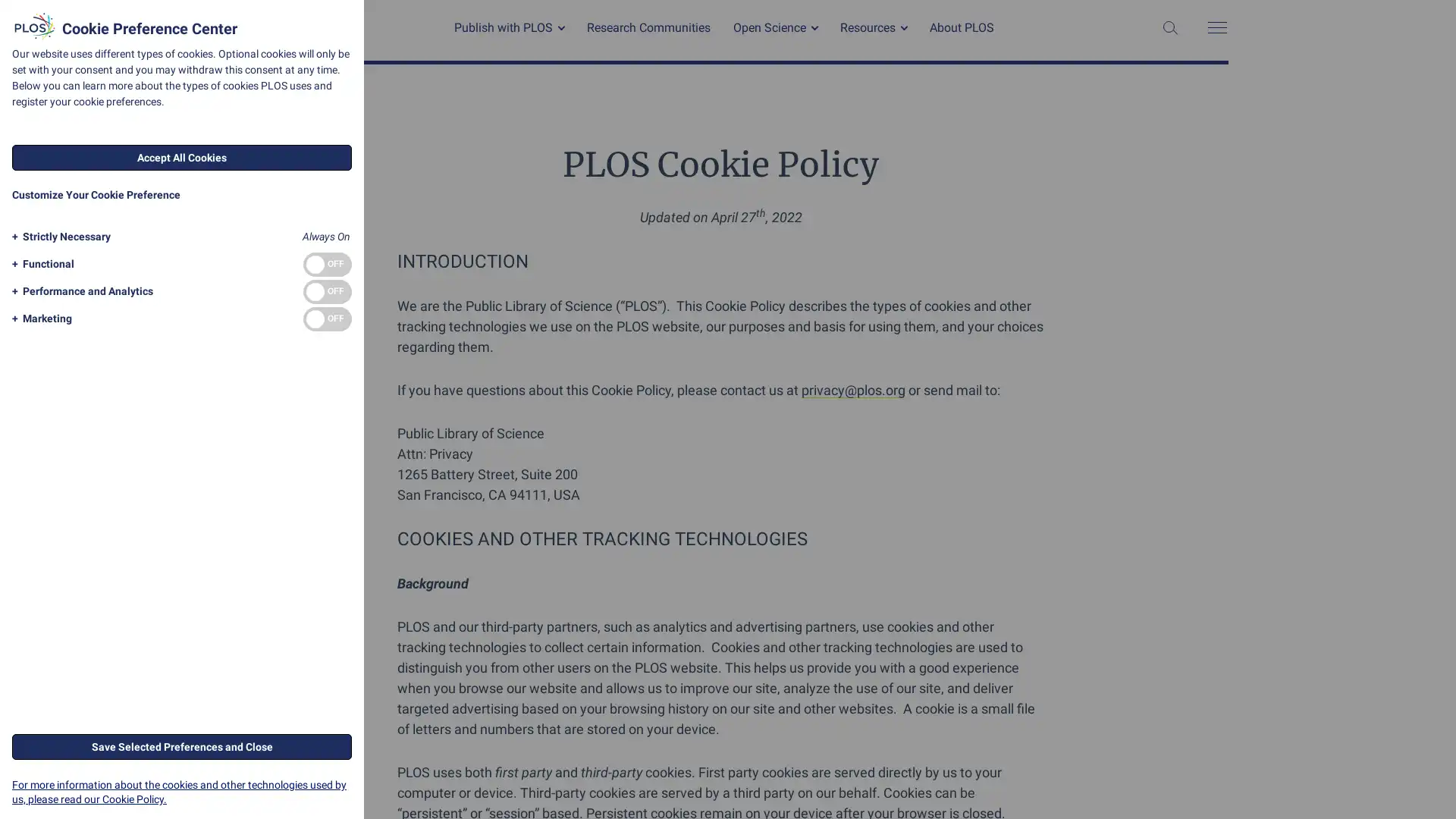 The width and height of the screenshot is (1456, 819). I want to click on Toggle explanation of Functional Cookies., so click(40, 263).